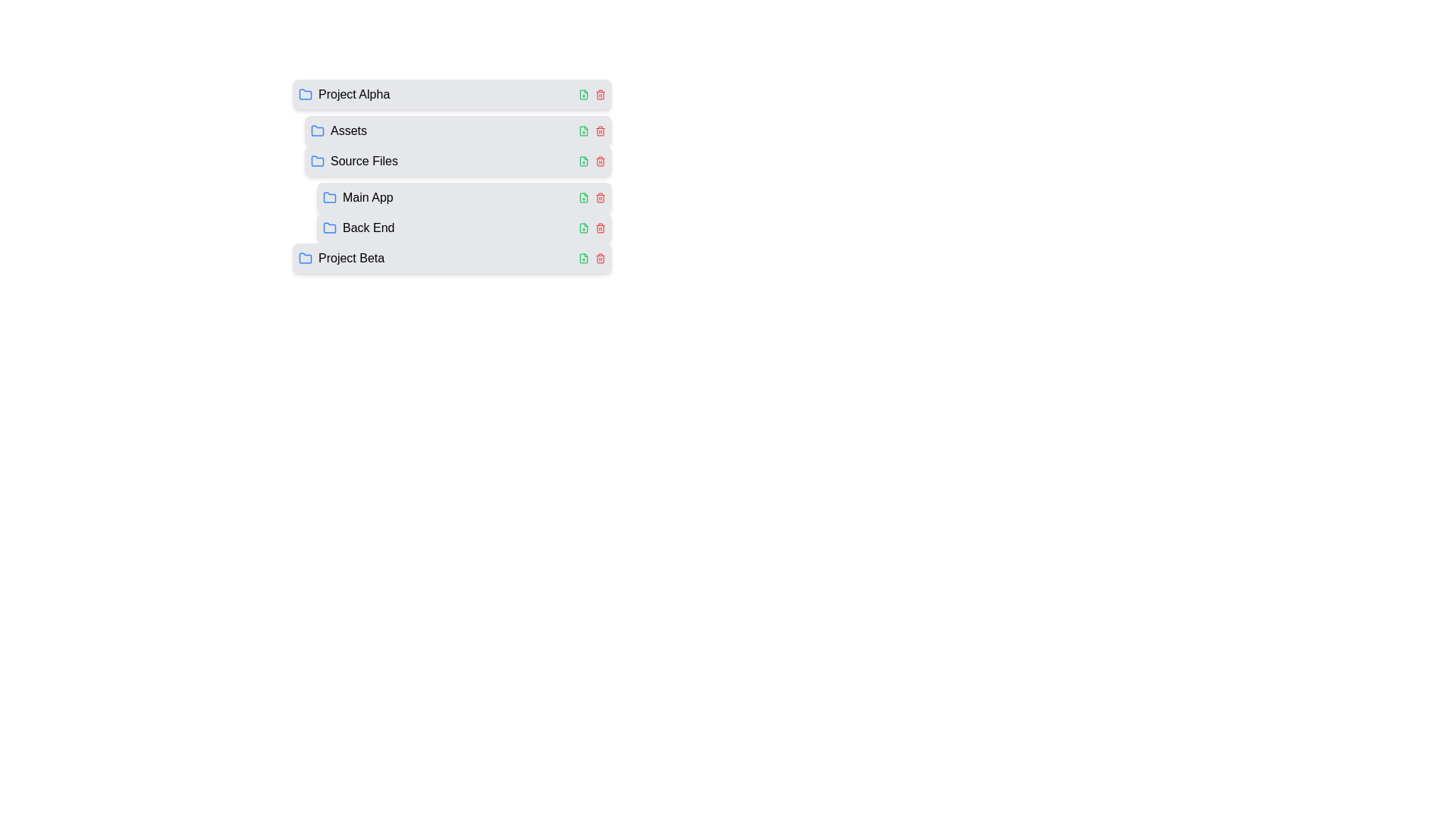 This screenshot has width=1456, height=819. I want to click on the blue folder icon in the 'Main App' combined visual label, so click(357, 197).